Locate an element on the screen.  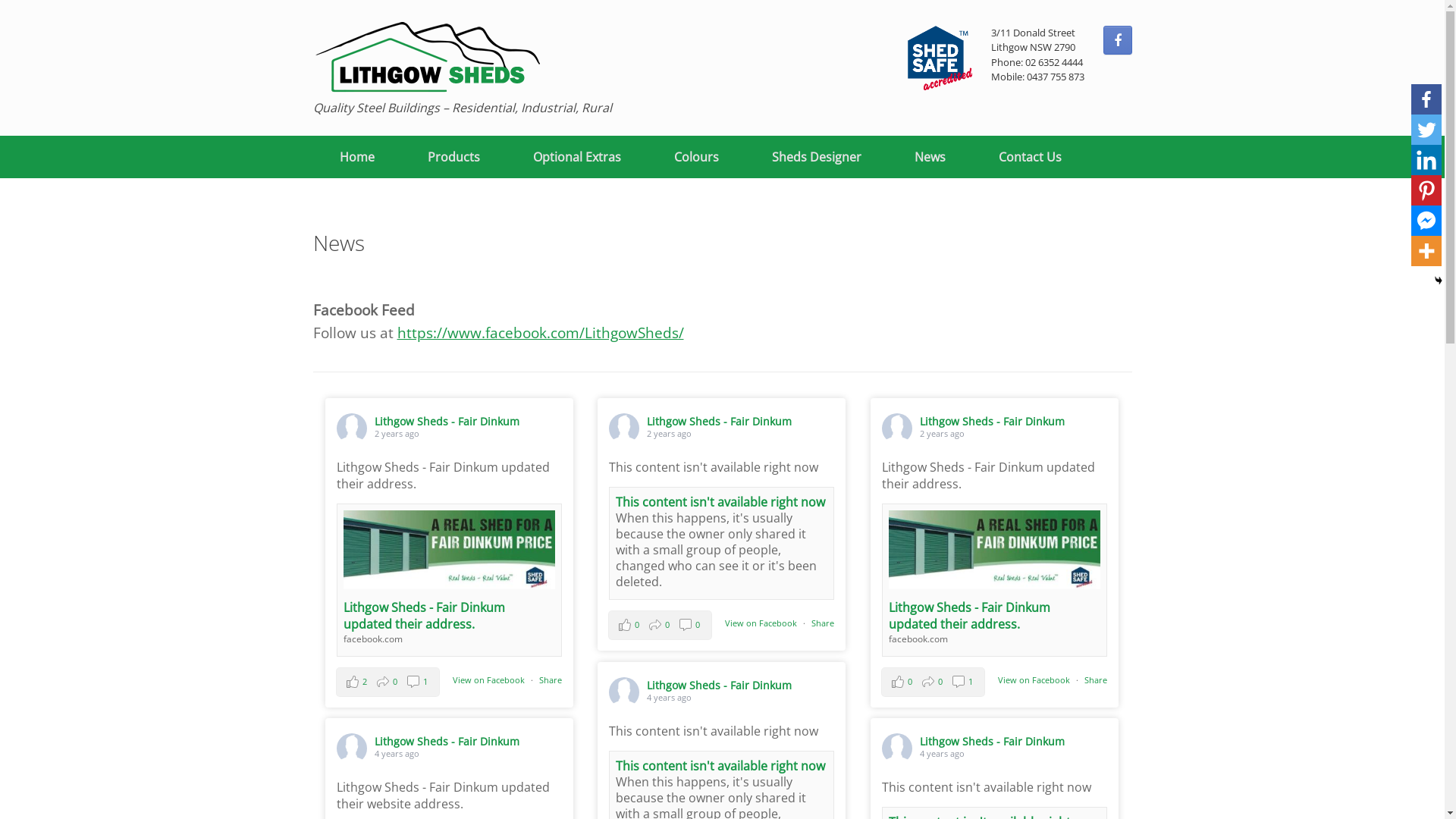
'Lithgow Sheds - Fair Dinkum' is located at coordinates (718, 685).